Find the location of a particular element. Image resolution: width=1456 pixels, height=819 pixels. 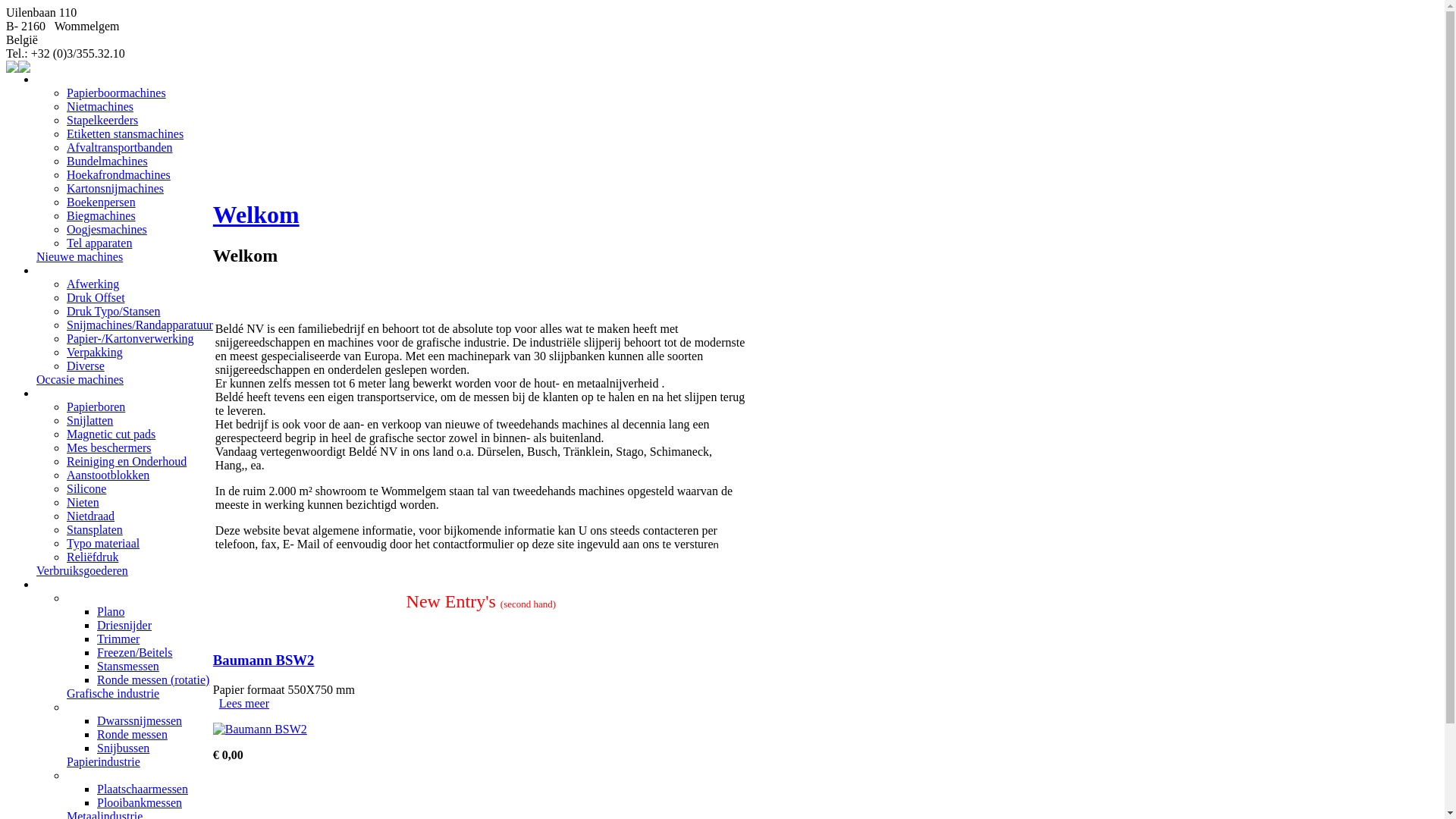

'Afwerking' is located at coordinates (65, 284).